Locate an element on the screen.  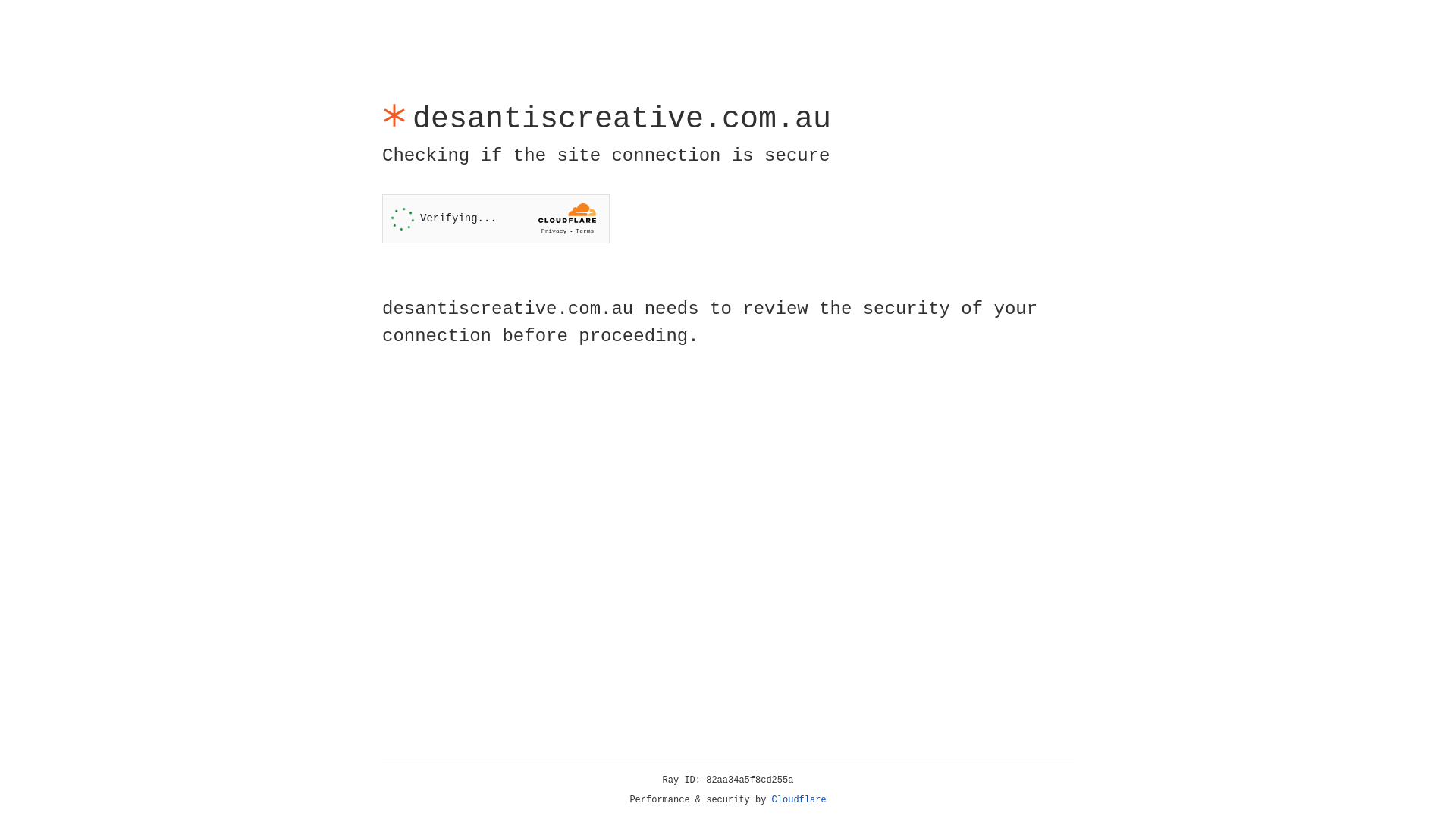
'Cloudflare' is located at coordinates (799, 799).